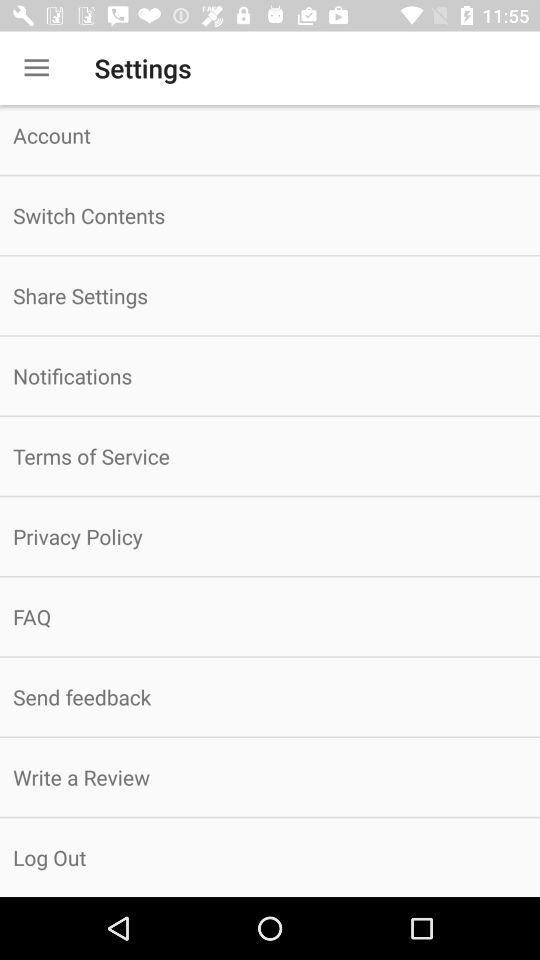 This screenshot has width=540, height=960. Describe the element at coordinates (270, 215) in the screenshot. I see `item above the share settings item` at that location.